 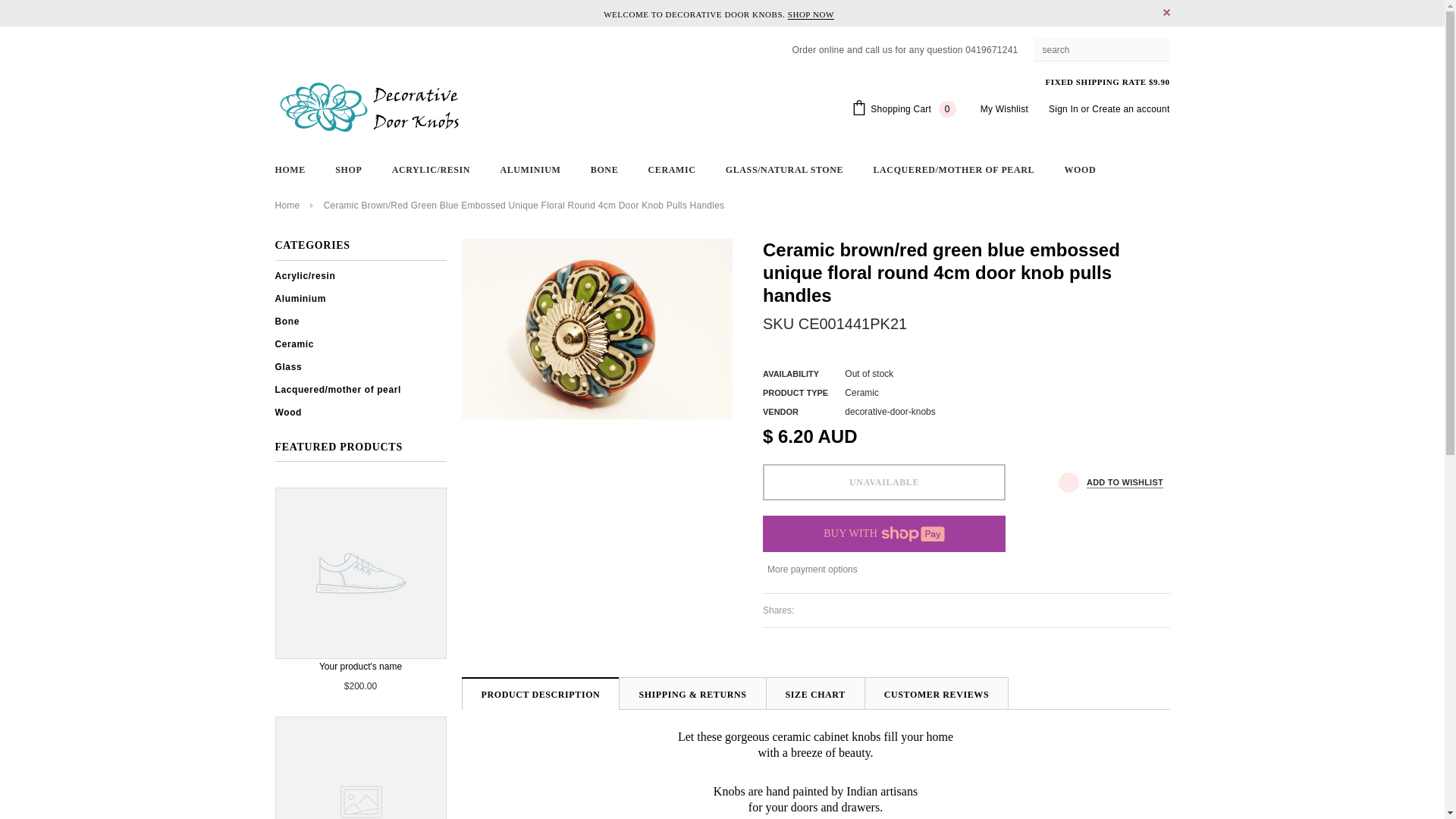 What do you see at coordinates (287, 366) in the screenshot?
I see `'Glass'` at bounding box center [287, 366].